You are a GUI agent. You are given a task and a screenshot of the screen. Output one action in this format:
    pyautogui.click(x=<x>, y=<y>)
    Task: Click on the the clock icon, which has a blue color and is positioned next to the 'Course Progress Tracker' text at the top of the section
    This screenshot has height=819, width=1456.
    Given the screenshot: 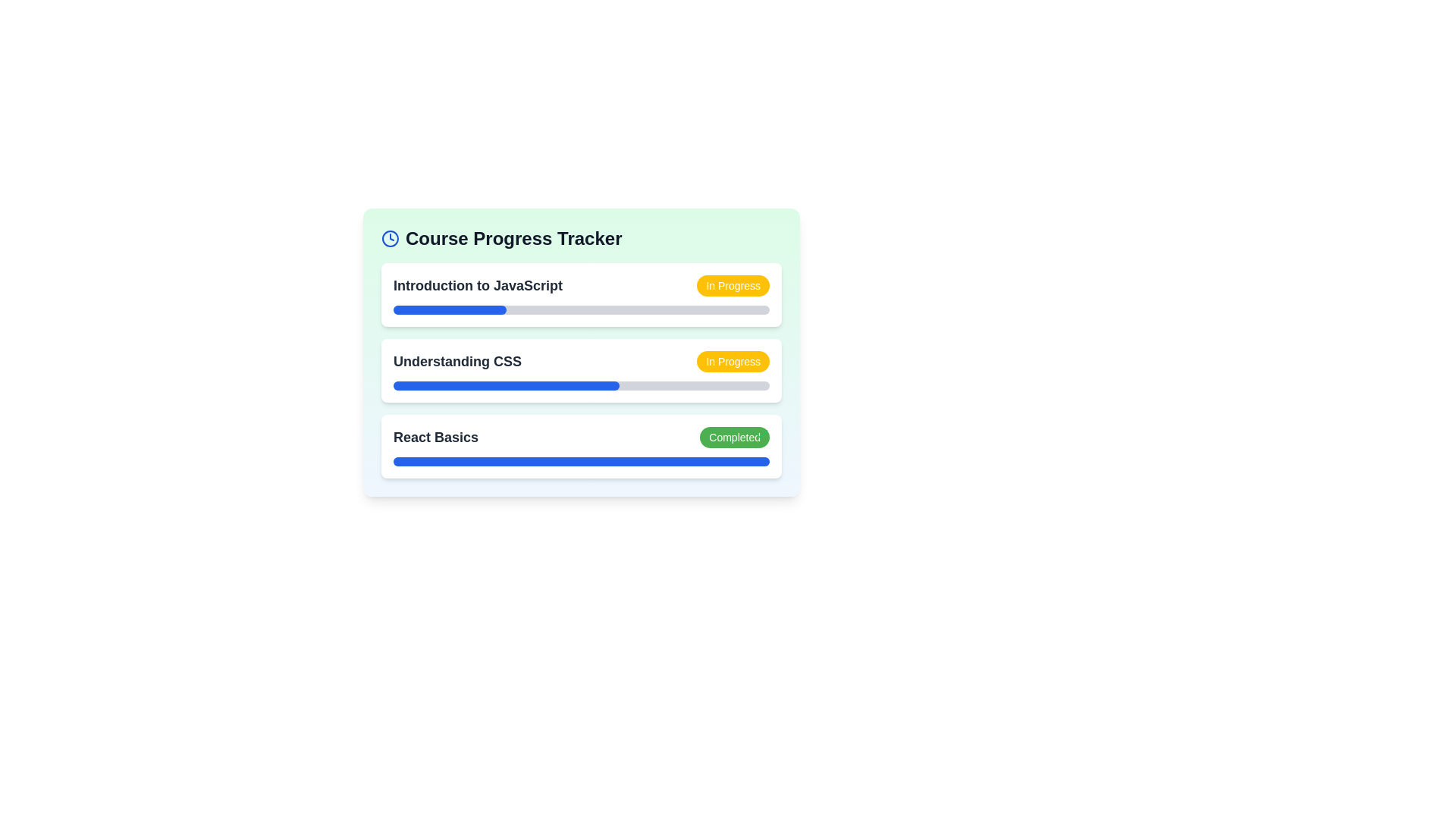 What is the action you would take?
    pyautogui.click(x=390, y=239)
    